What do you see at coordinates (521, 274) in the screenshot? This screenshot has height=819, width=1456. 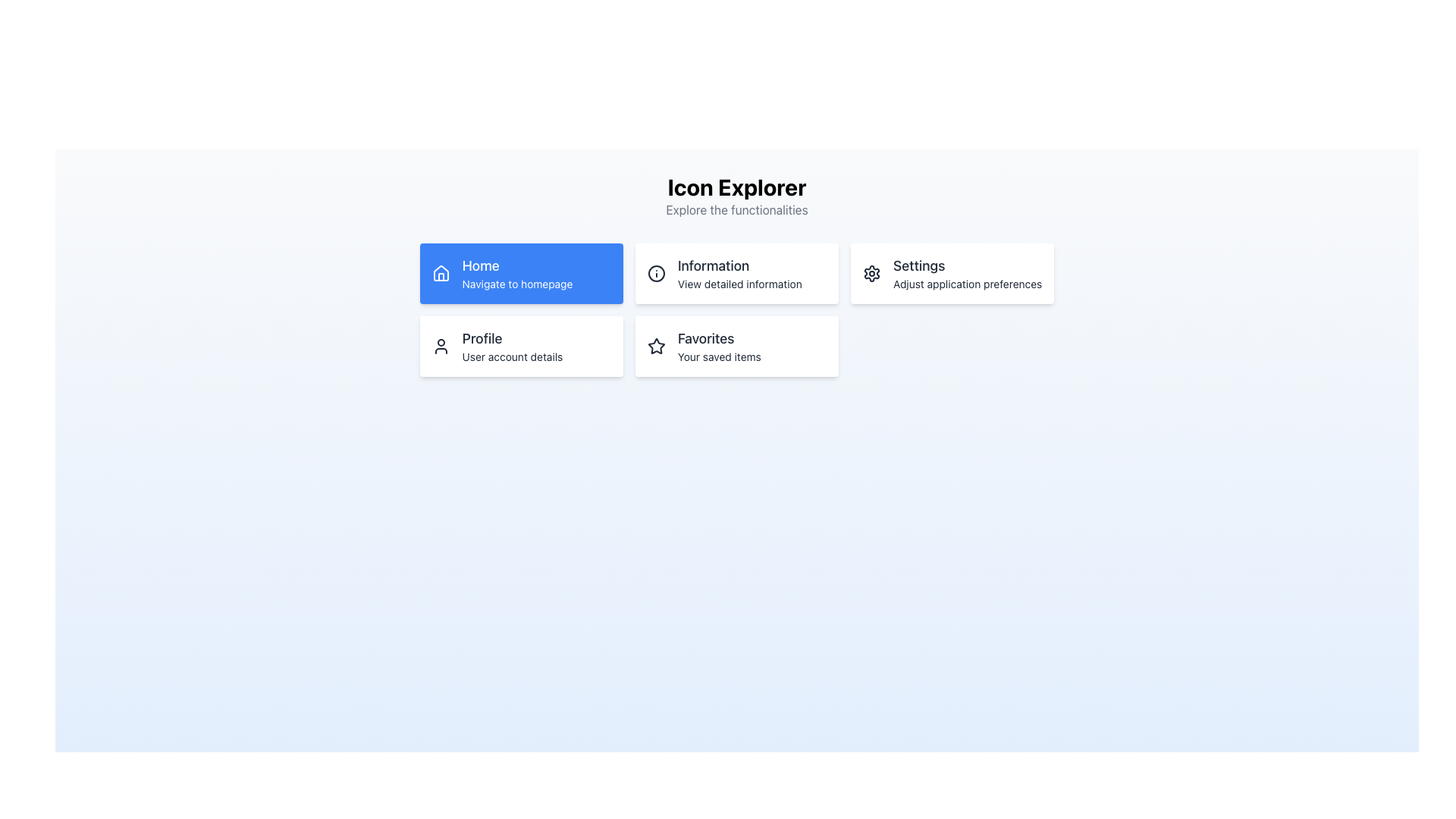 I see `the leftmost button on the top row of the grid layout` at bounding box center [521, 274].